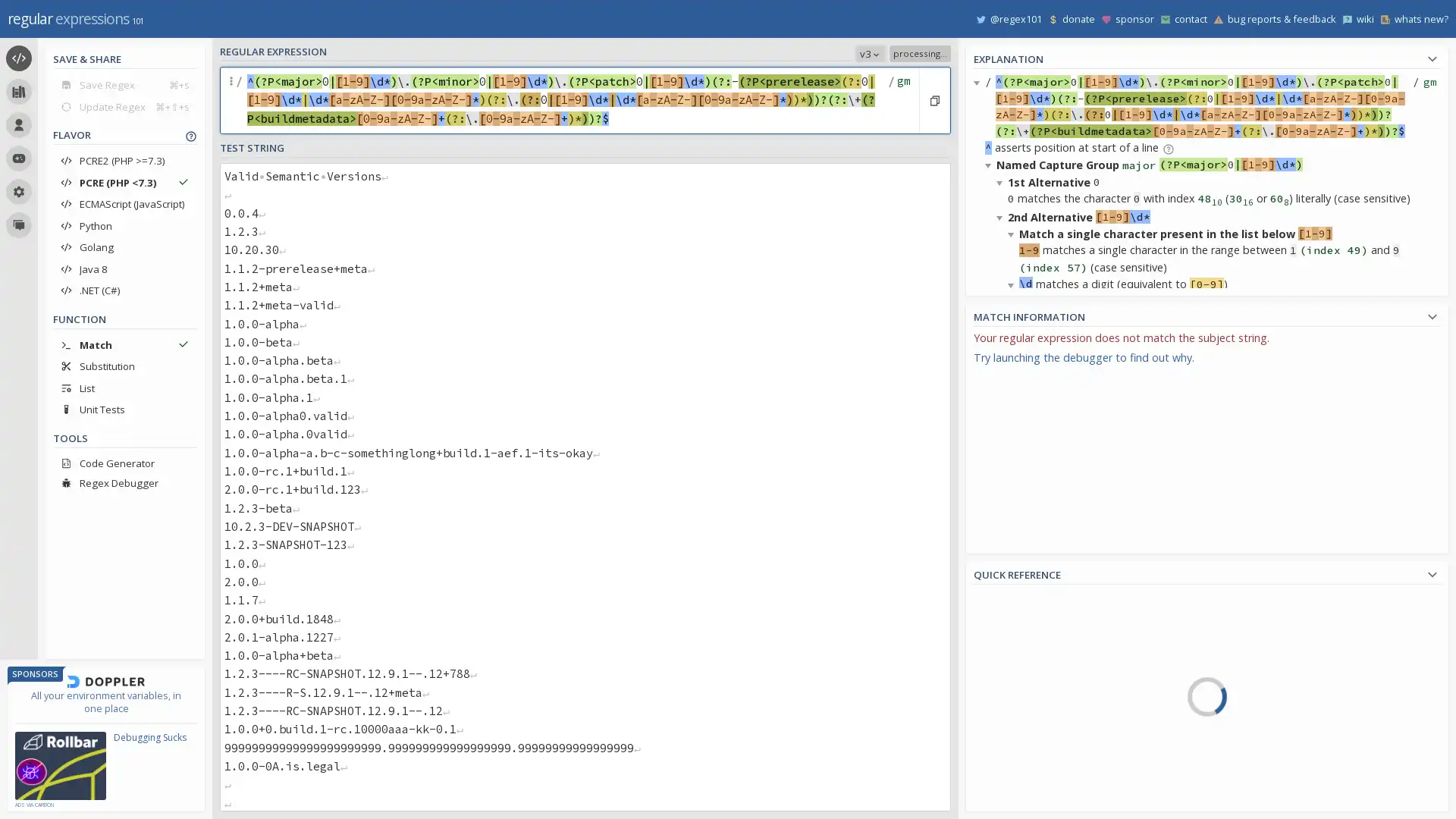 The image size is (1456, 819). I want to click on Set Regex Options, so click(902, 100).